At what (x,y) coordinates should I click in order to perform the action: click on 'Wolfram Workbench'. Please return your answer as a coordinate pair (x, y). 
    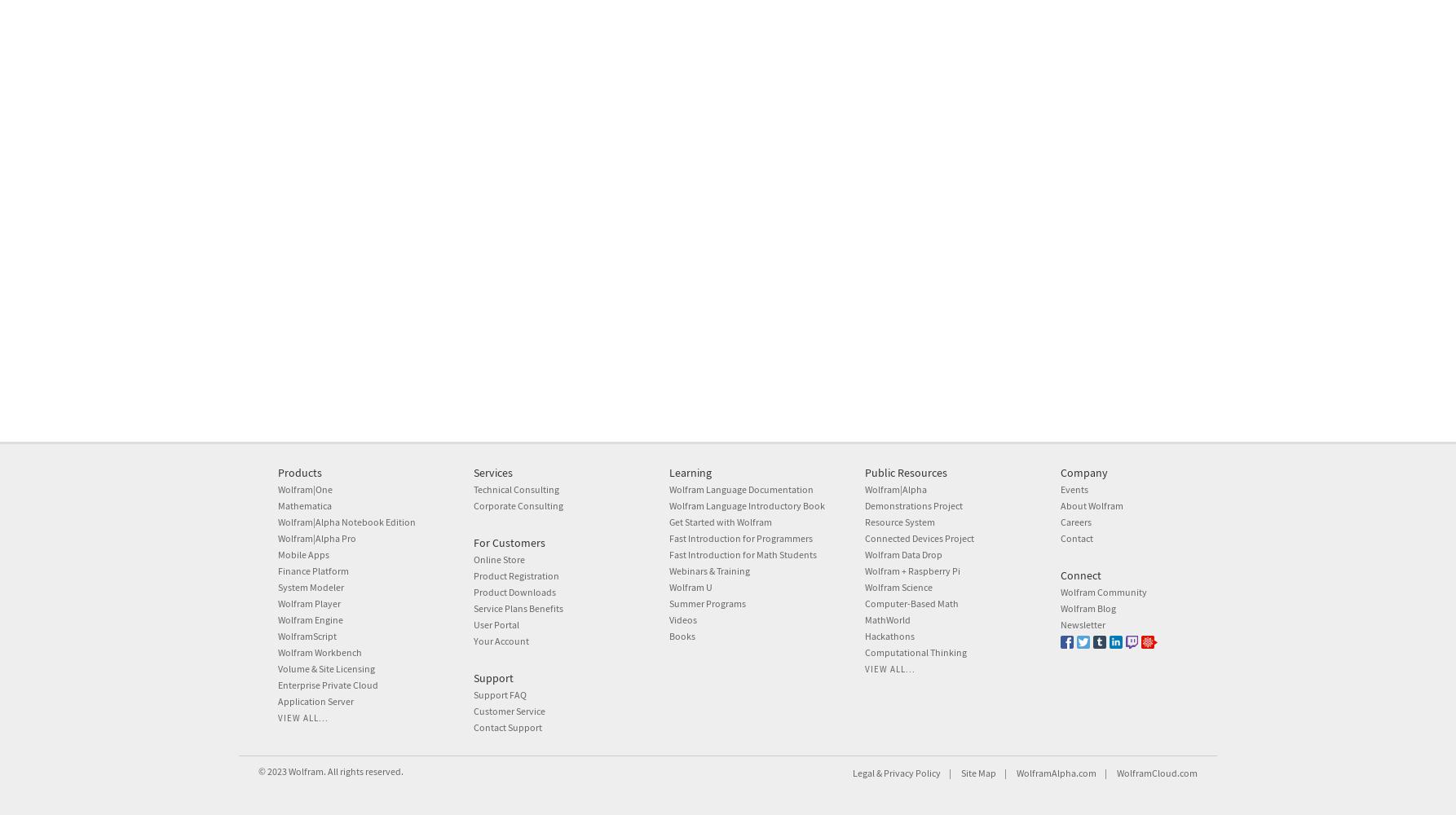
    Looking at the image, I should click on (320, 652).